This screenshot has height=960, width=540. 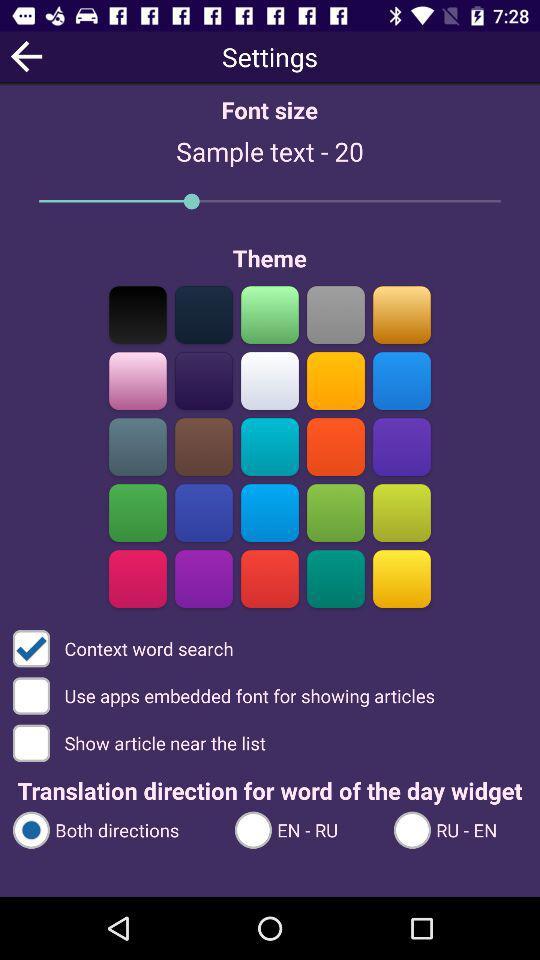 I want to click on theme color option, so click(x=401, y=446).